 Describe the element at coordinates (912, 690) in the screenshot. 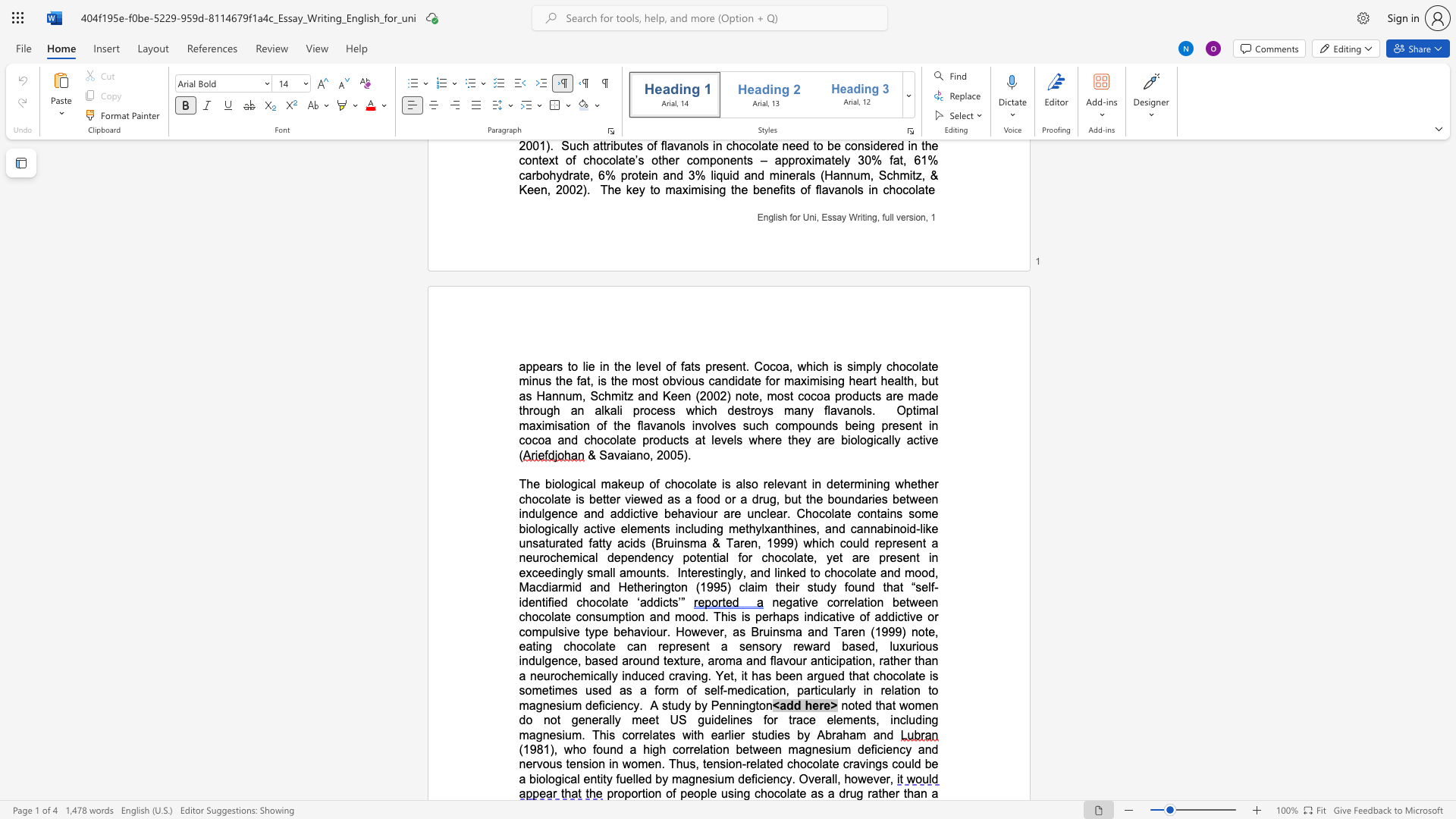

I see `the subset text "n to magnesium deficienc" within the text "is sometimes used as a form of self-medication, particularly in relation to magnesium deficiency"` at that location.